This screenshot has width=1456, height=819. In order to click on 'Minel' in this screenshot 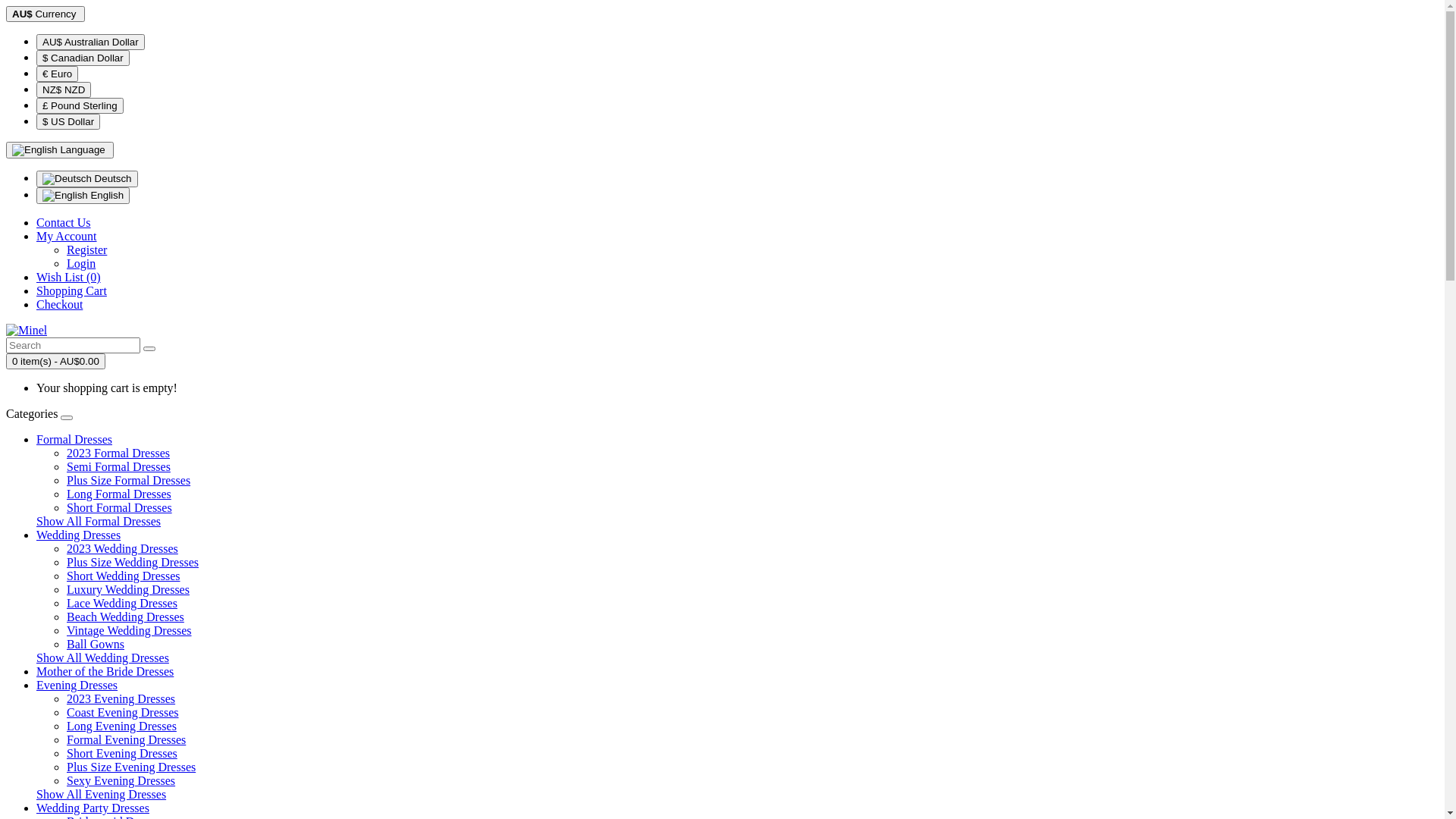, I will do `click(26, 329)`.